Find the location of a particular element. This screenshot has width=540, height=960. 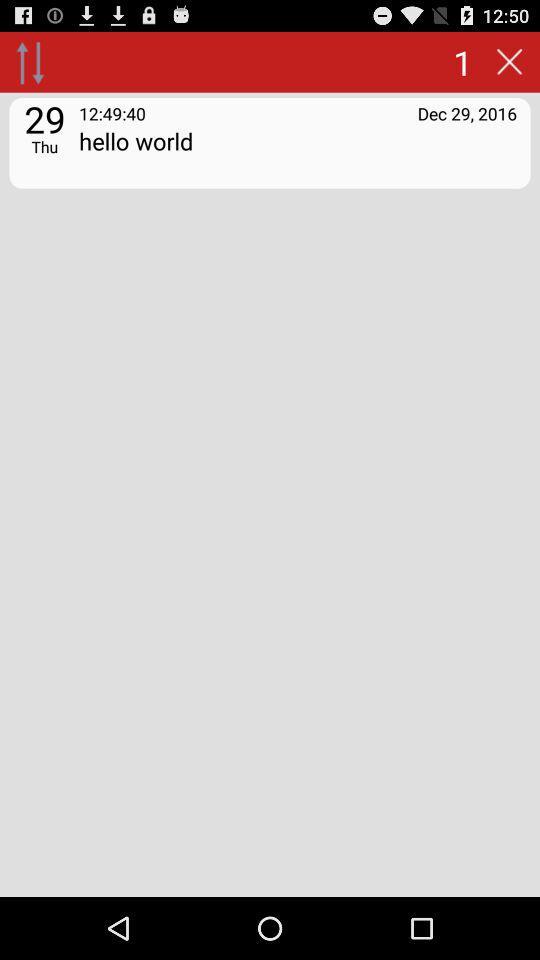

the app next to the 12:49:40 icon is located at coordinates (467, 113).